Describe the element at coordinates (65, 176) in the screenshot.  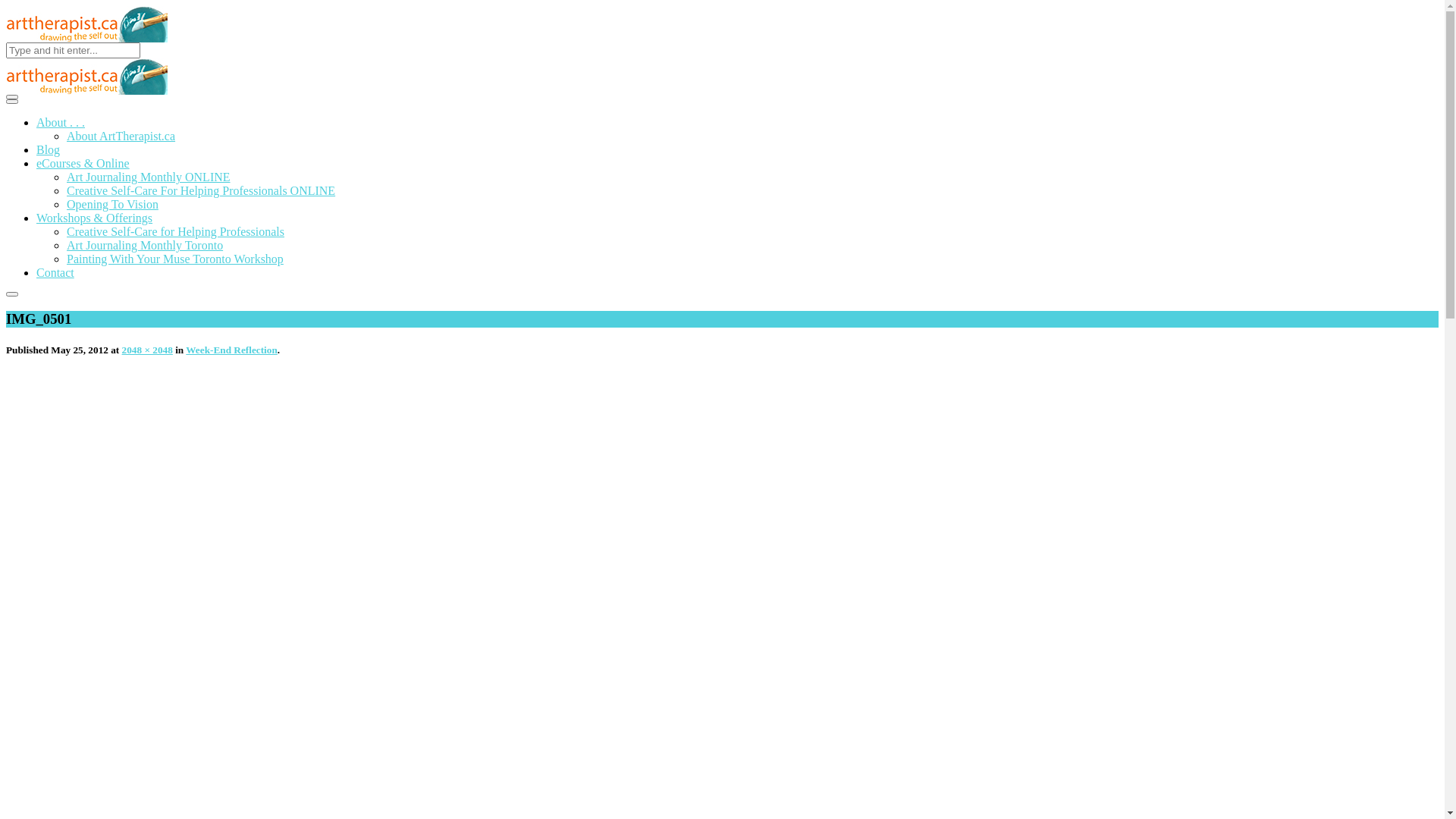
I see `'Art Journaling Monthly ONLINE'` at that location.